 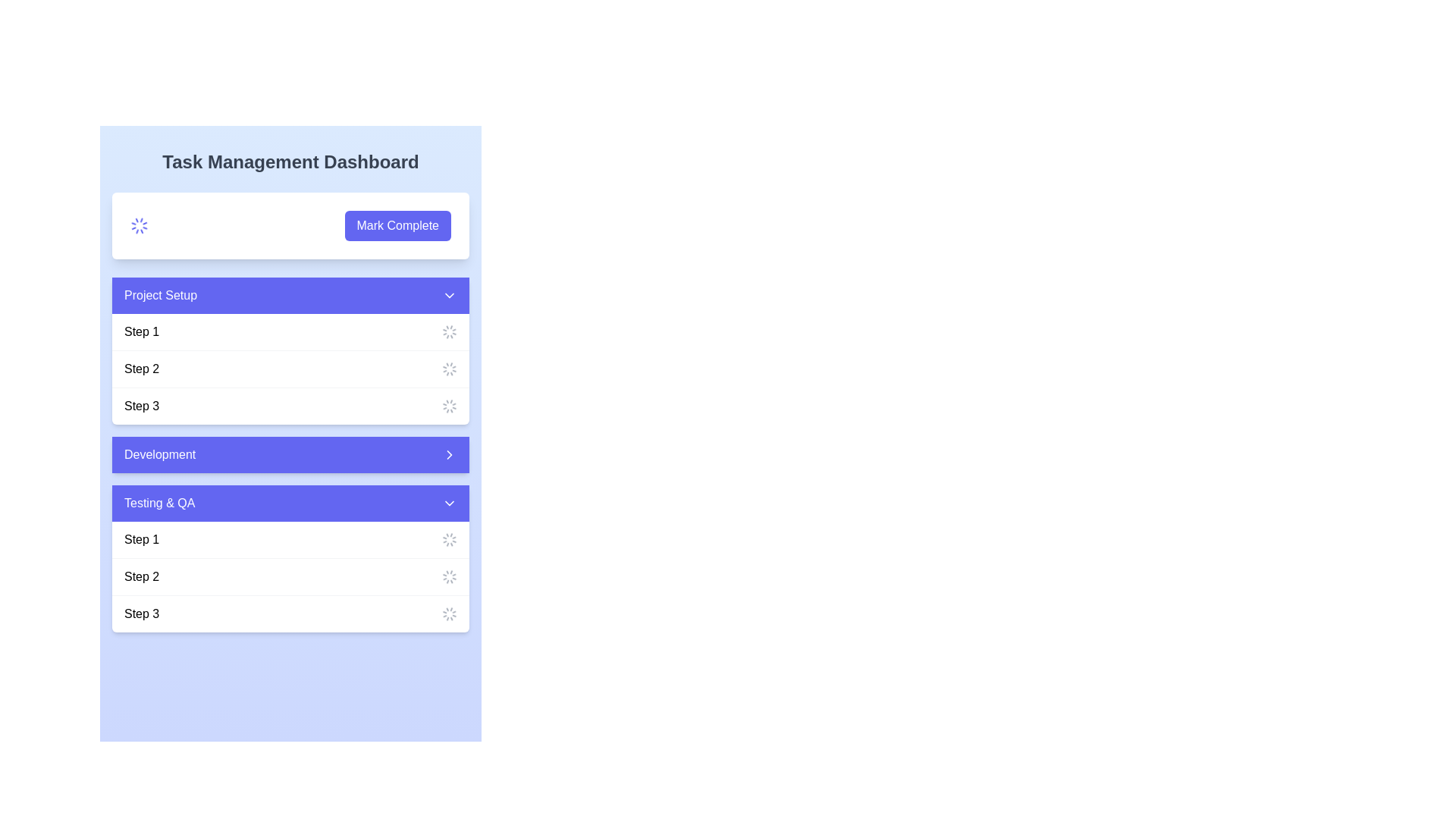 I want to click on the Loader/Spinner element located at the far right of the 'Step 3' row in the 'Project Setup' section, indicating that a process is ongoing, so click(x=449, y=614).